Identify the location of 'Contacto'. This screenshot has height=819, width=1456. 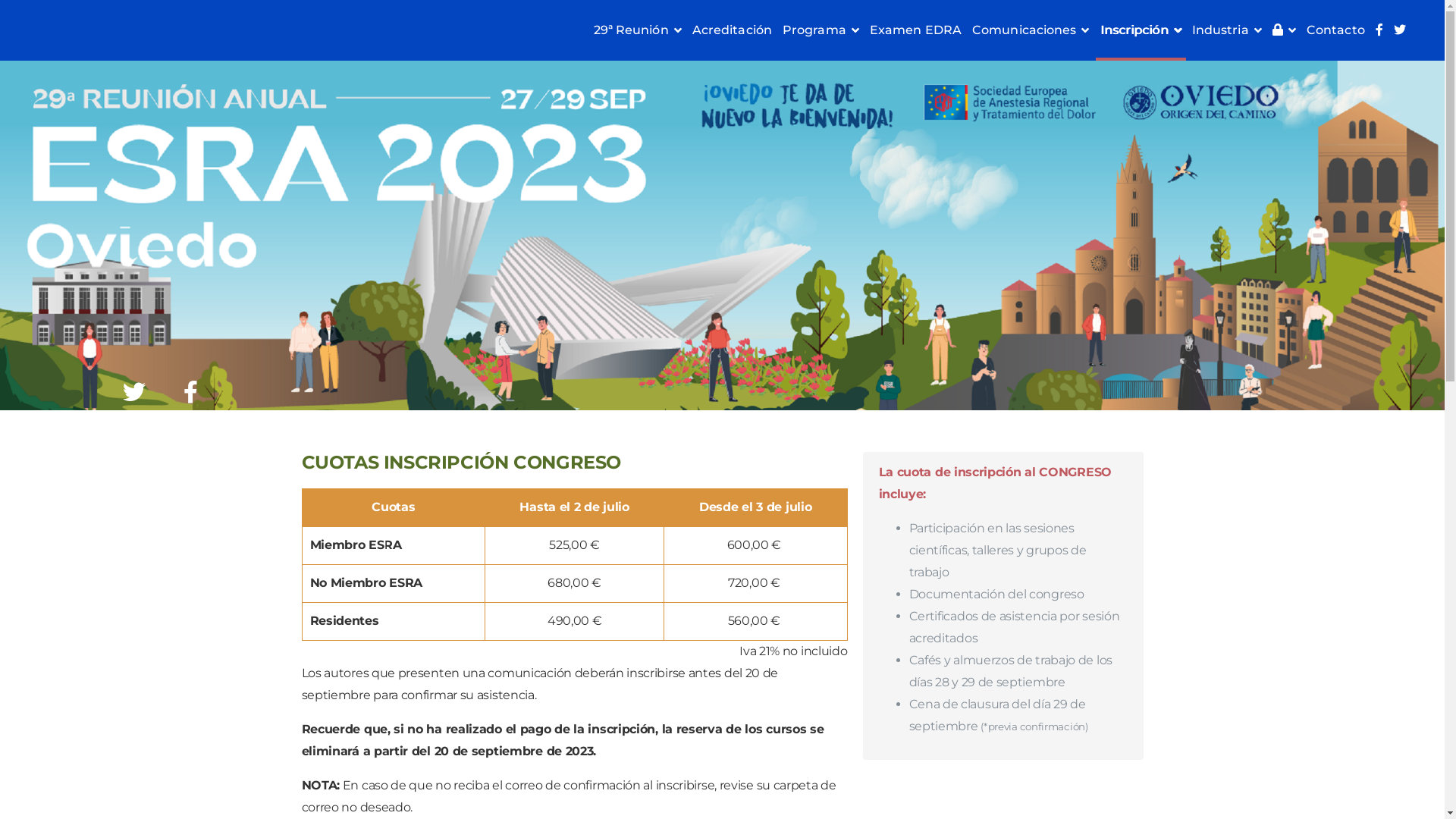
(1335, 30).